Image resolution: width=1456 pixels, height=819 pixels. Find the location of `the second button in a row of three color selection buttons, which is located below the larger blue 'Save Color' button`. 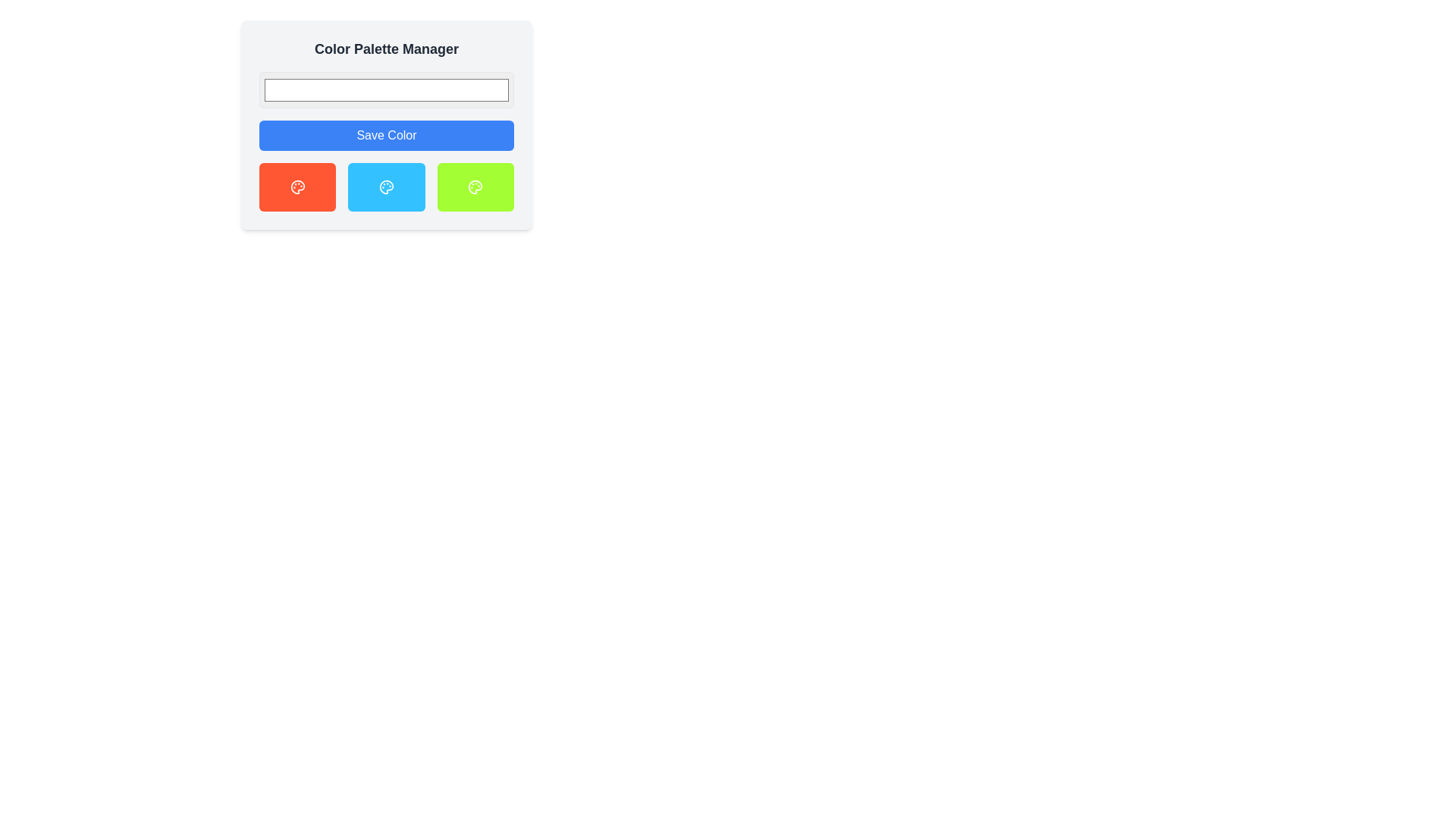

the second button in a row of three color selection buttons, which is located below the larger blue 'Save Color' button is located at coordinates (386, 186).